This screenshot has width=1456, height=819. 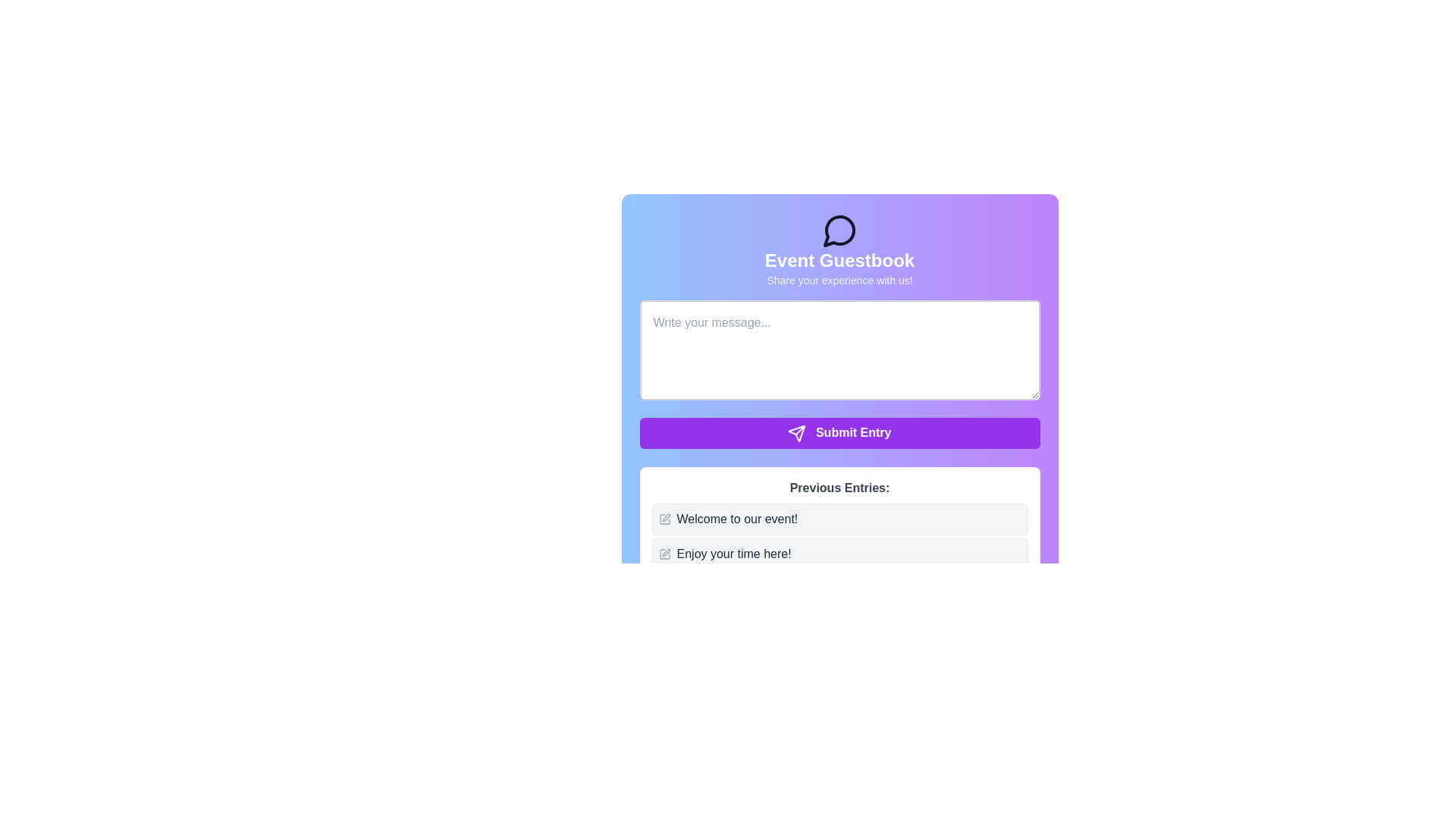 I want to click on the Text Label displaying 'Welcome to our event!' located in the 'Previous Entries' section, below the 'Submit Entry' button, so click(x=737, y=518).